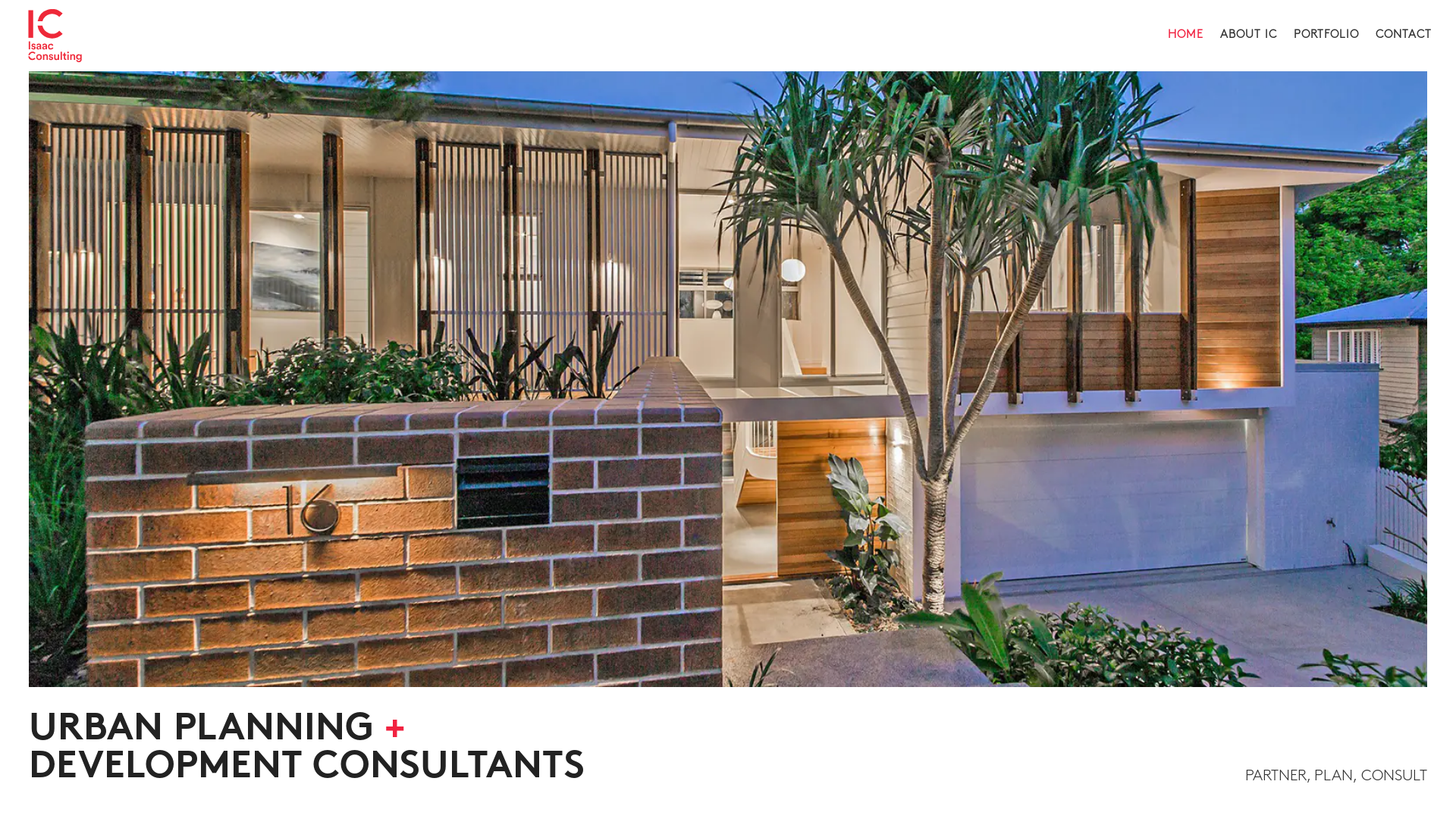  Describe the element at coordinates (1325, 49) in the screenshot. I see `'PORTFOLIO'` at that location.